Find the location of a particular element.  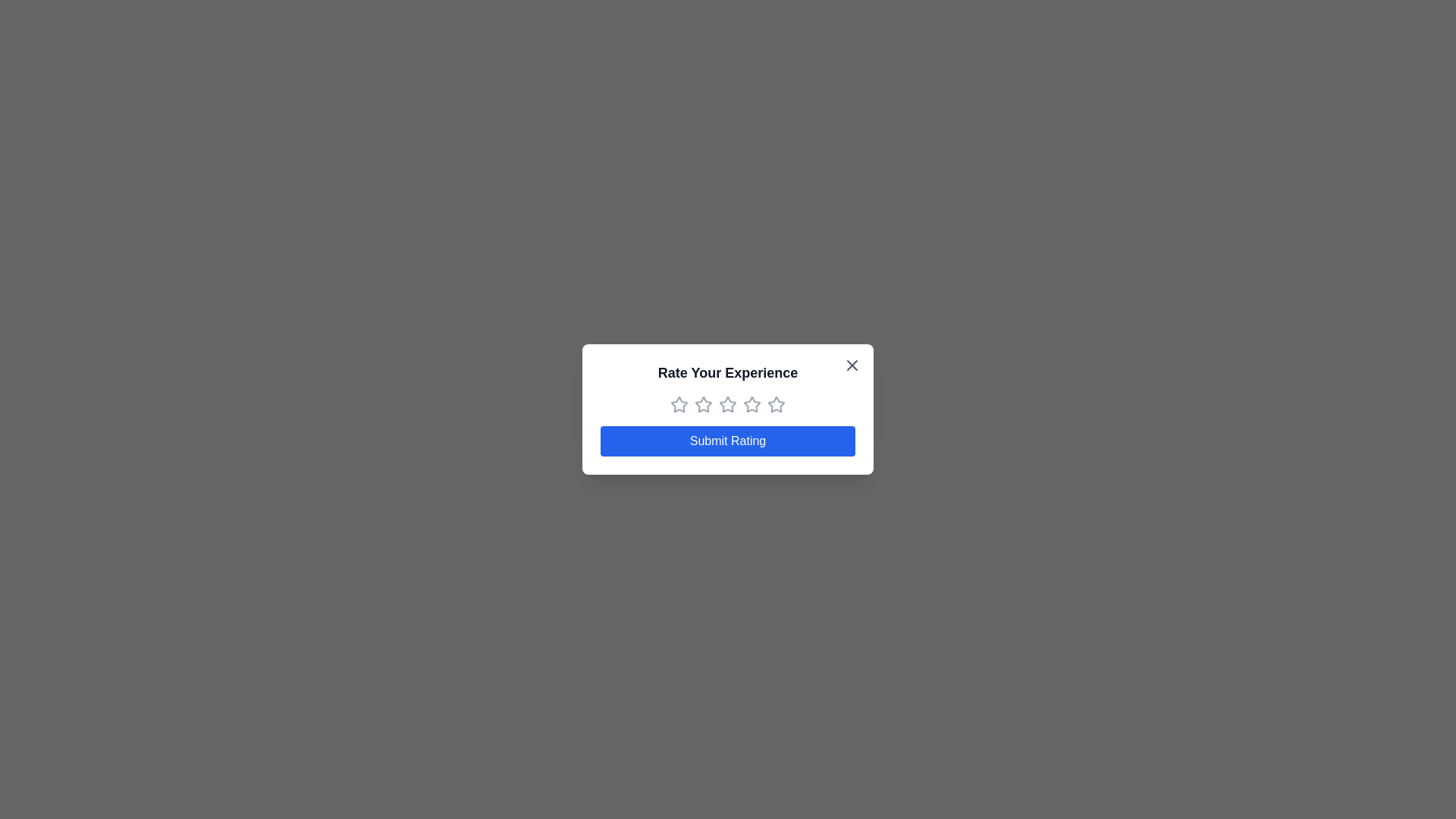

the 'Submit Rating' button to submit the rating is located at coordinates (728, 441).